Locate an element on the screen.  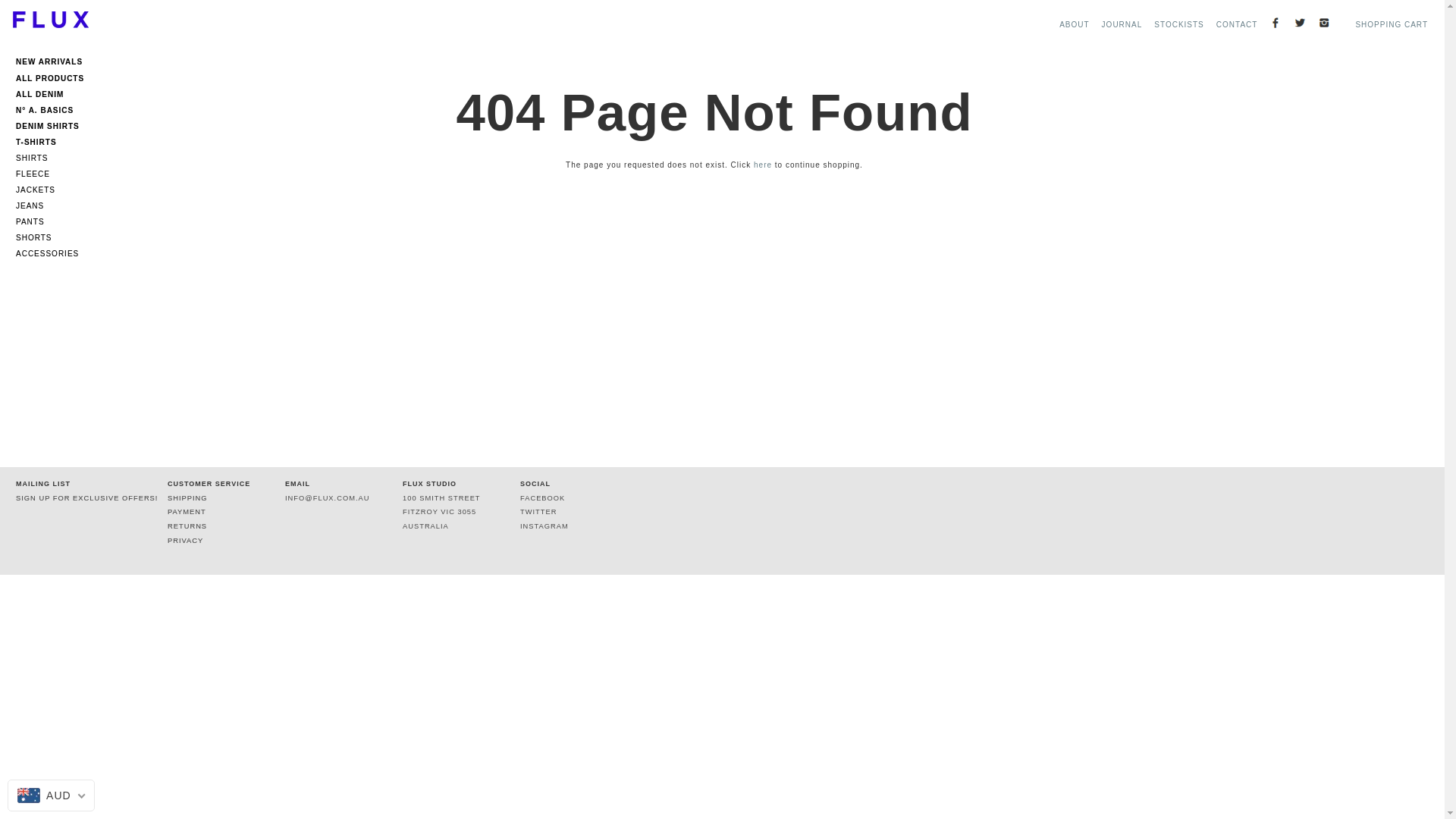
'ALL PRODUCTS' is located at coordinates (54, 76).